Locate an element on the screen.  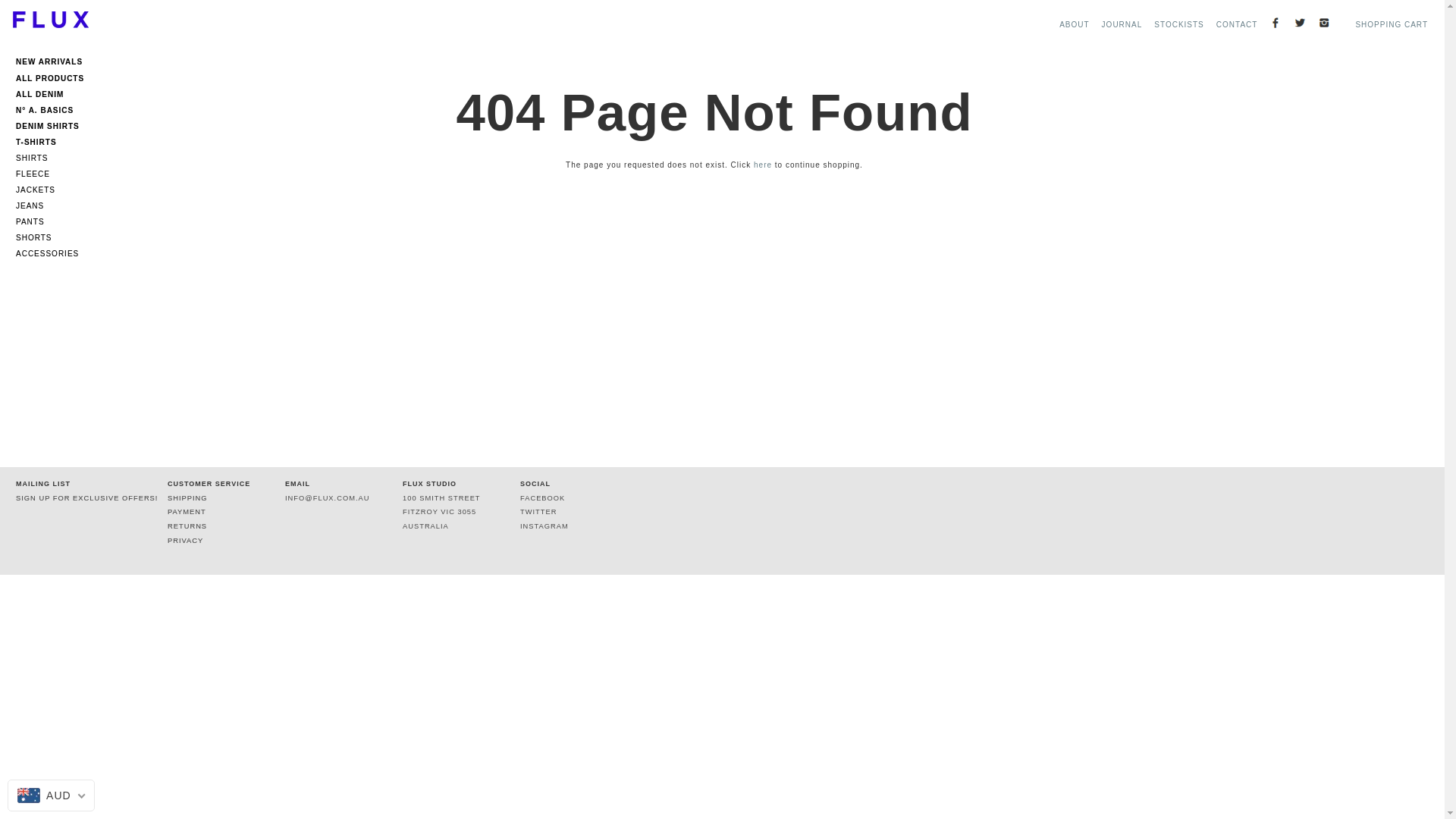
'ALL PRODUCTS' is located at coordinates (54, 76).